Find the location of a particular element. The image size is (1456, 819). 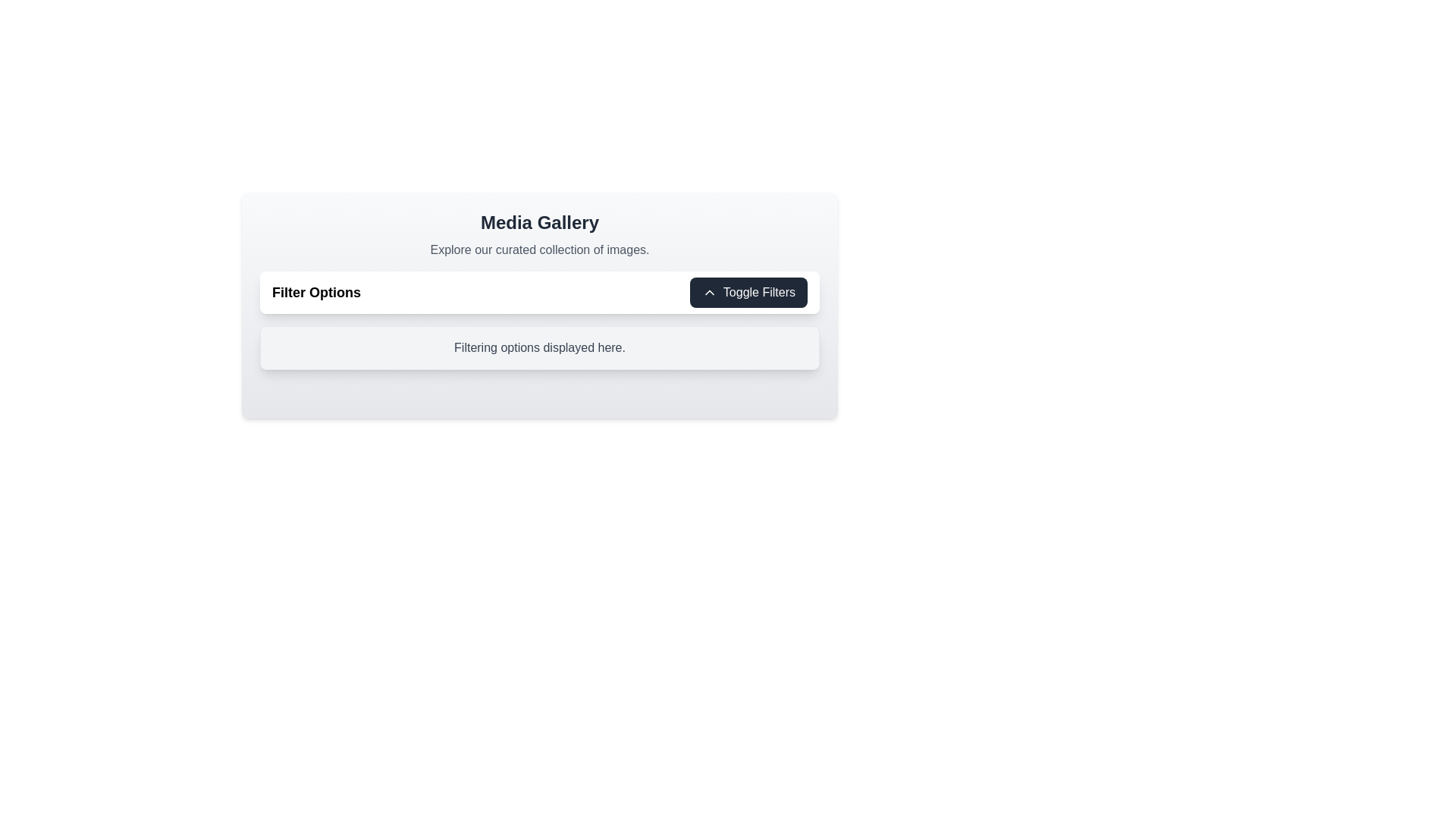

the upward toggle icon located to the left of the text in the 'Toggle Filters' button at the top-right corner of the 'Media Gallery' section is located at coordinates (708, 292).